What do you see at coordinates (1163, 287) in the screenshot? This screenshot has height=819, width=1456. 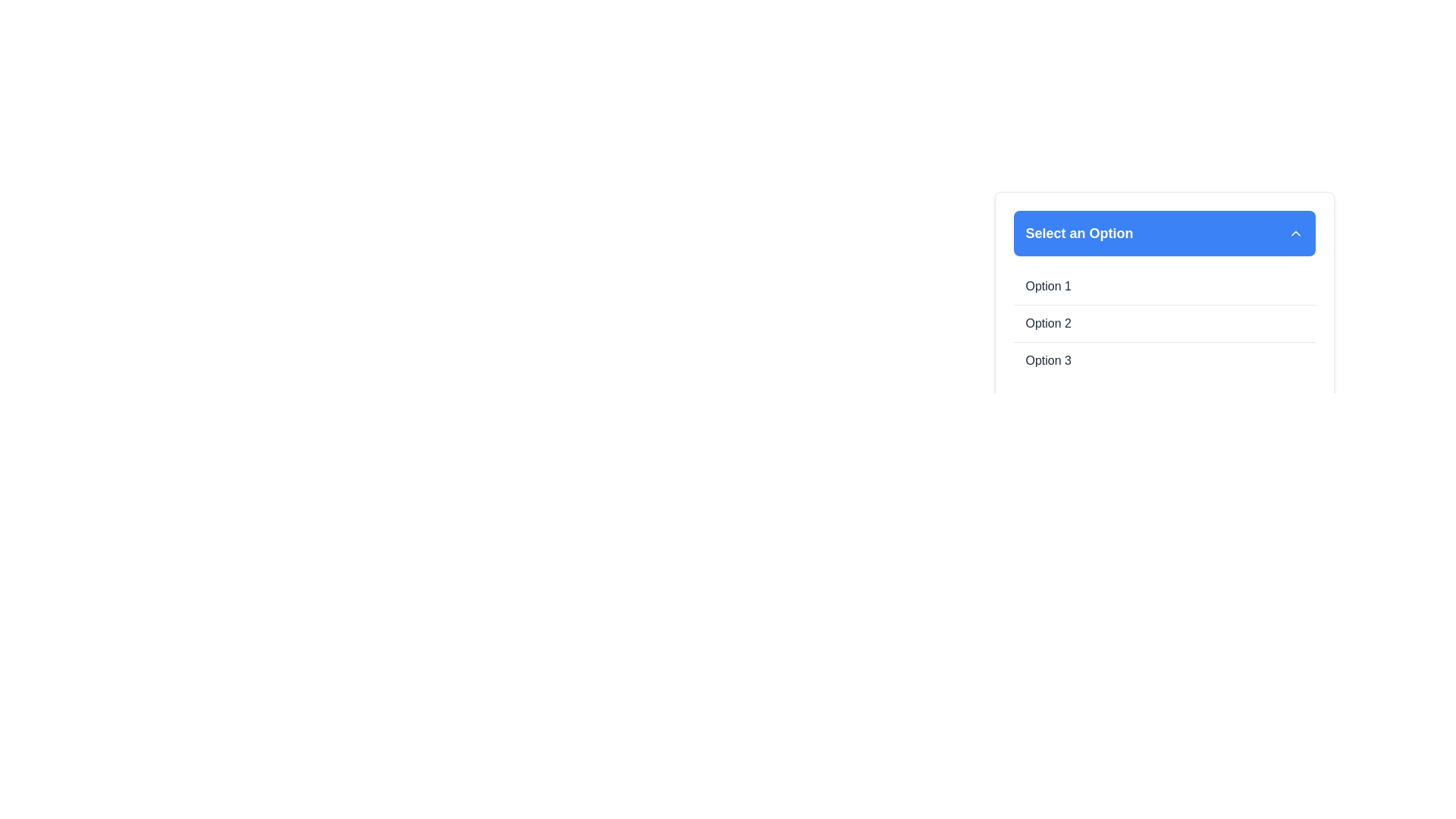 I see `the first selectable item in the dropdown menu labeled 'Select an Option'` at bounding box center [1163, 287].